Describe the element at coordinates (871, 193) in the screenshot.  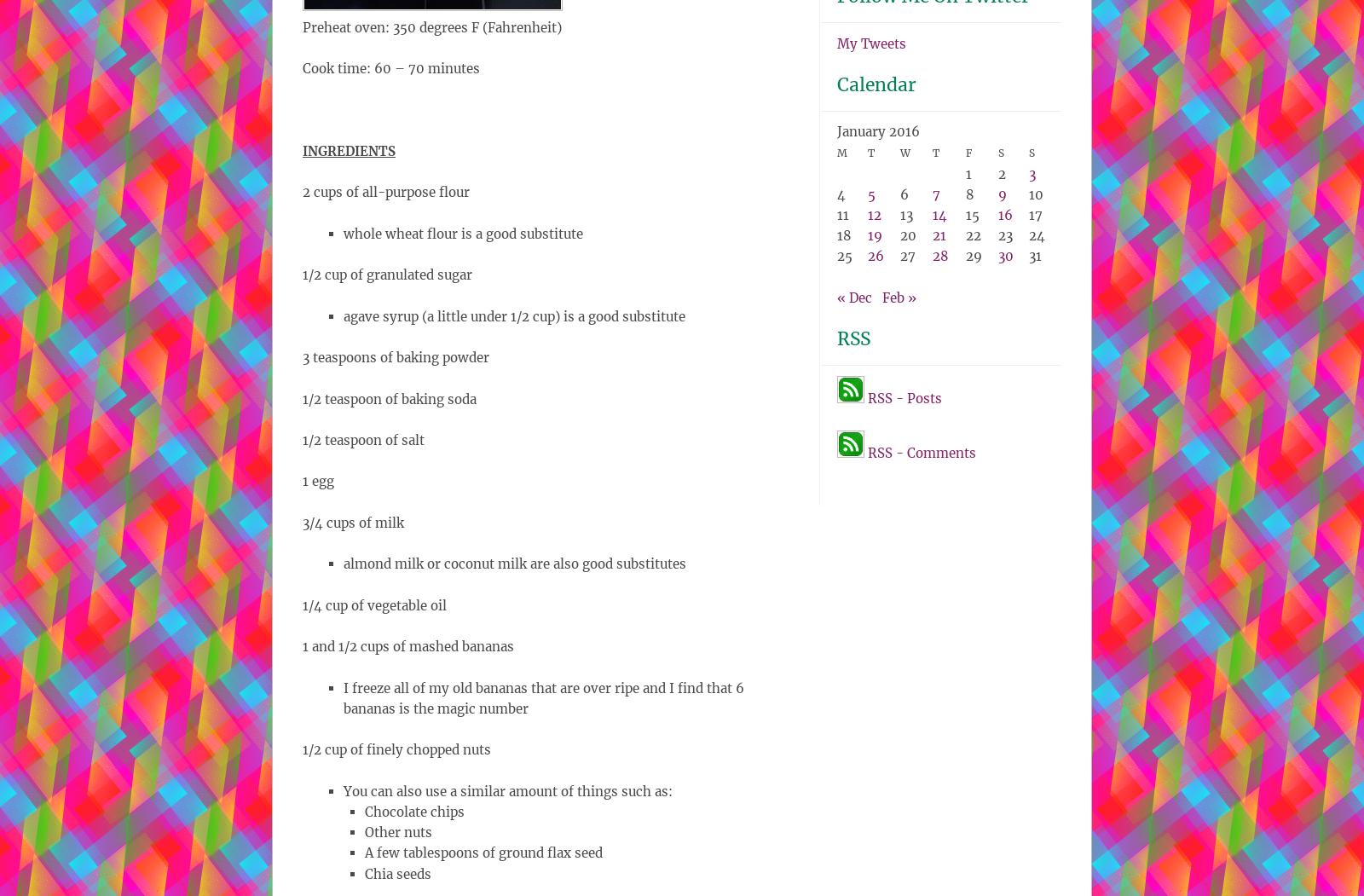
I see `'5'` at that location.